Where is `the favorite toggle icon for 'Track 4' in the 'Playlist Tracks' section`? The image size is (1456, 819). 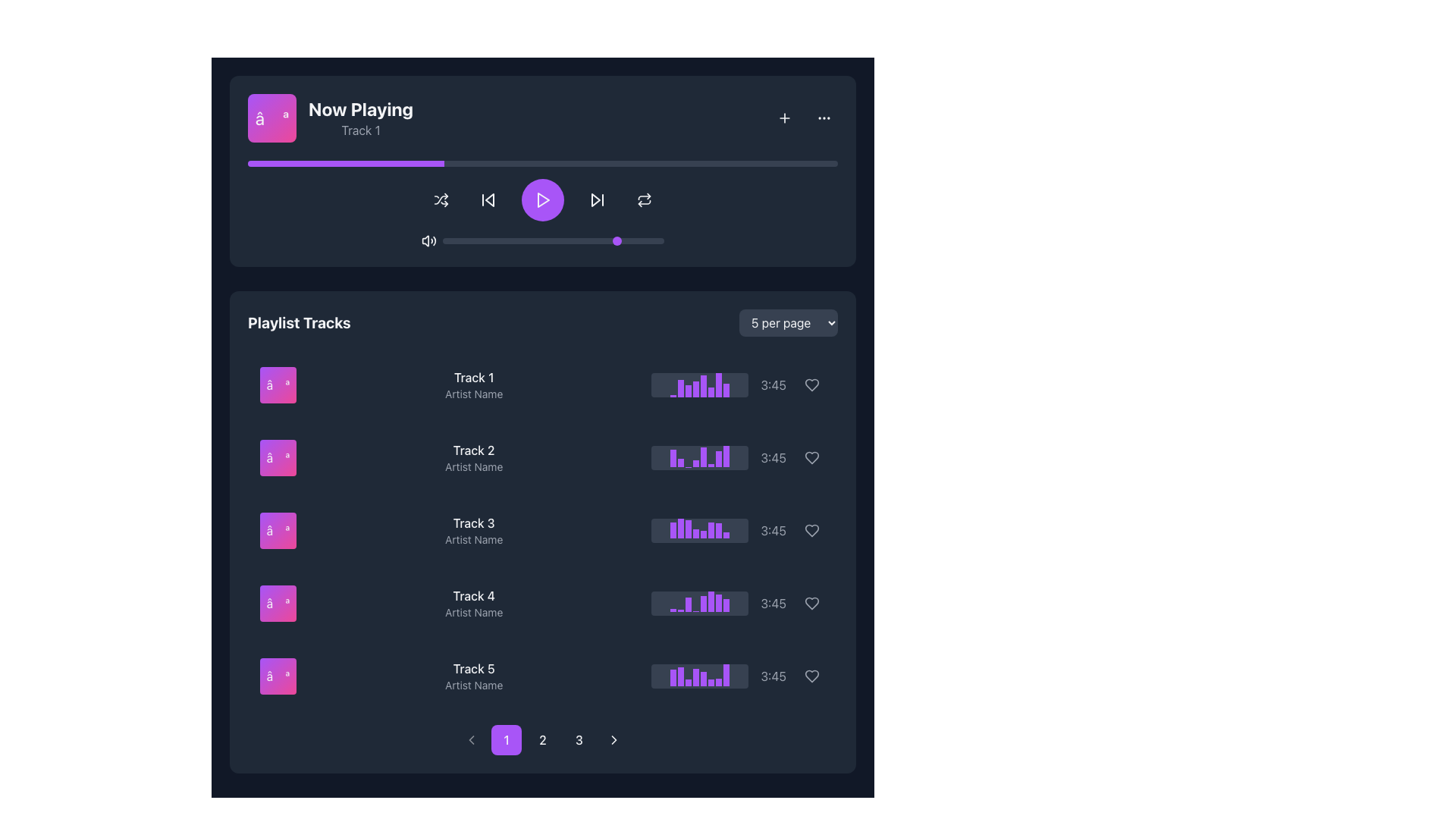 the favorite toggle icon for 'Track 4' in the 'Playlist Tracks' section is located at coordinates (811, 602).